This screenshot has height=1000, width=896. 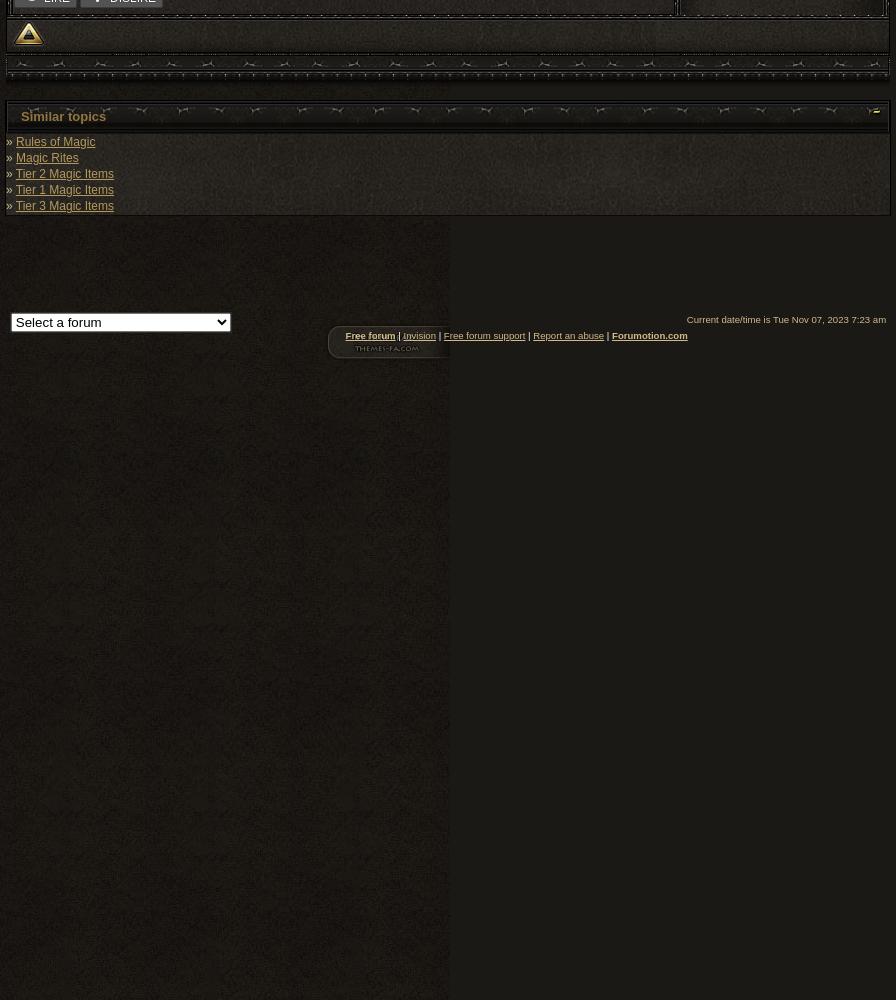 What do you see at coordinates (64, 189) in the screenshot?
I see `'Tier 1 Magic Items'` at bounding box center [64, 189].